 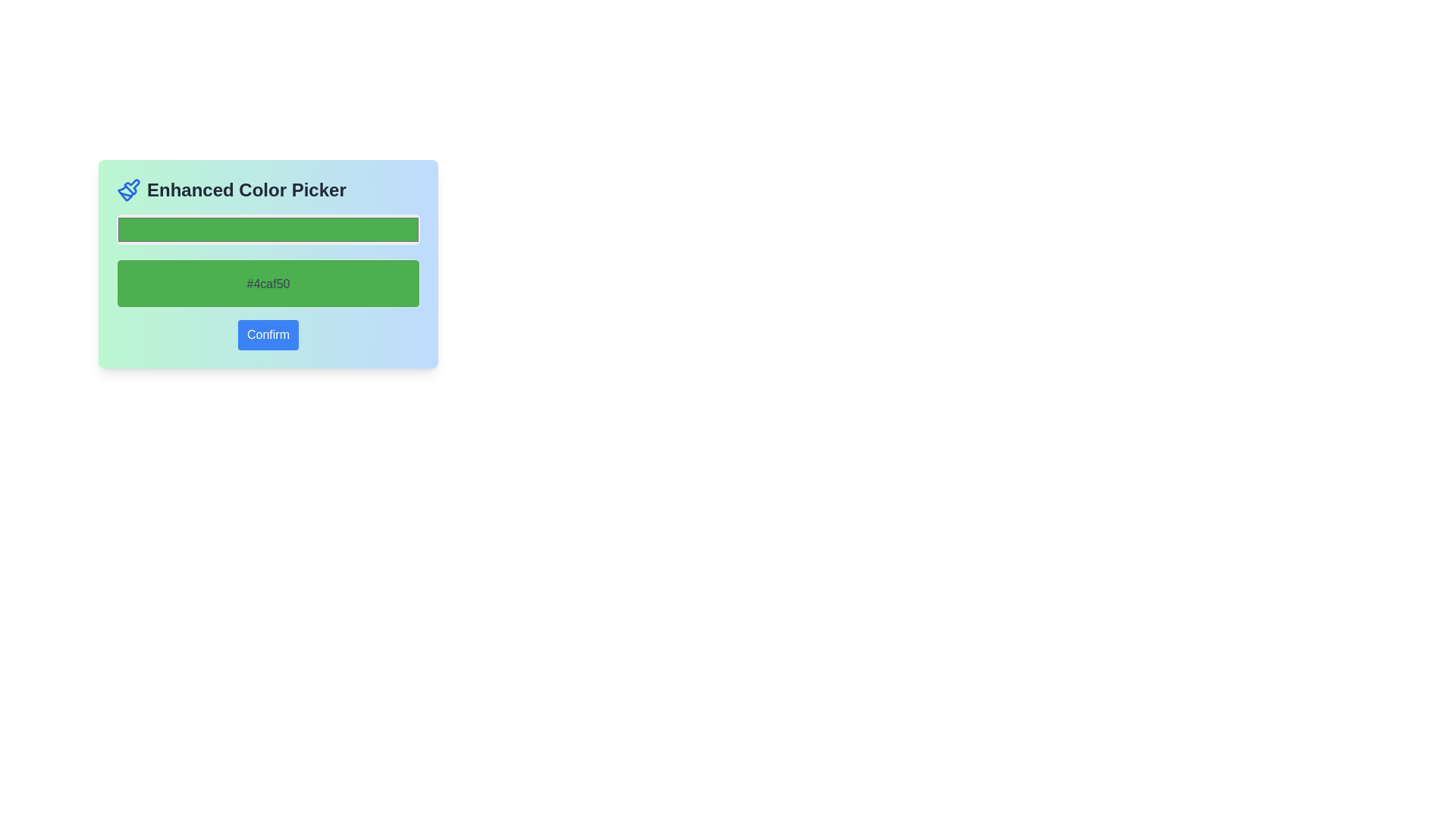 I want to click on graphic/icon component located on the left of the title bar, preceding the text 'Enhanced Color Picker', to view its details, so click(x=132, y=186).